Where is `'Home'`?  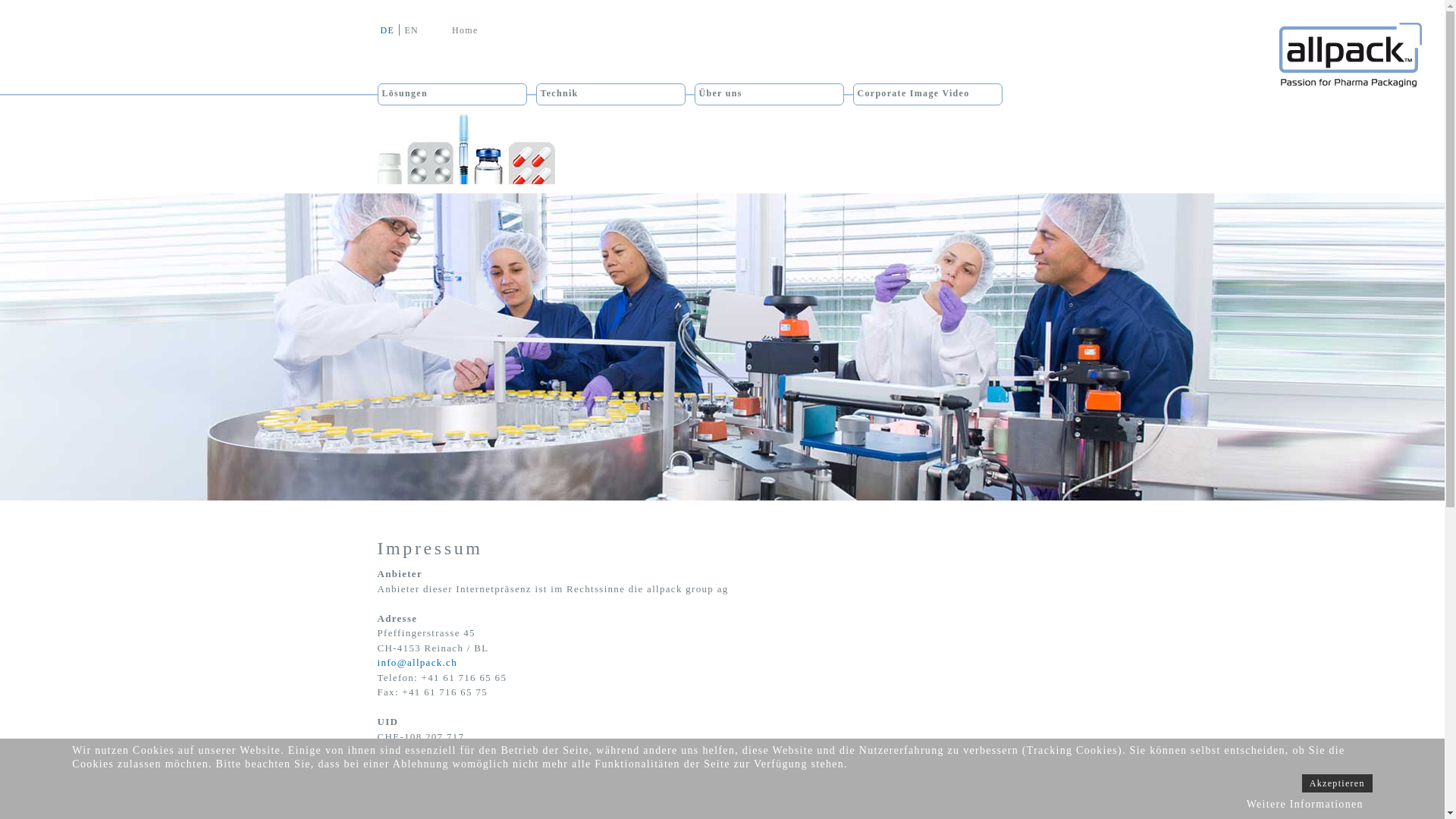
'Home' is located at coordinates (472, 30).